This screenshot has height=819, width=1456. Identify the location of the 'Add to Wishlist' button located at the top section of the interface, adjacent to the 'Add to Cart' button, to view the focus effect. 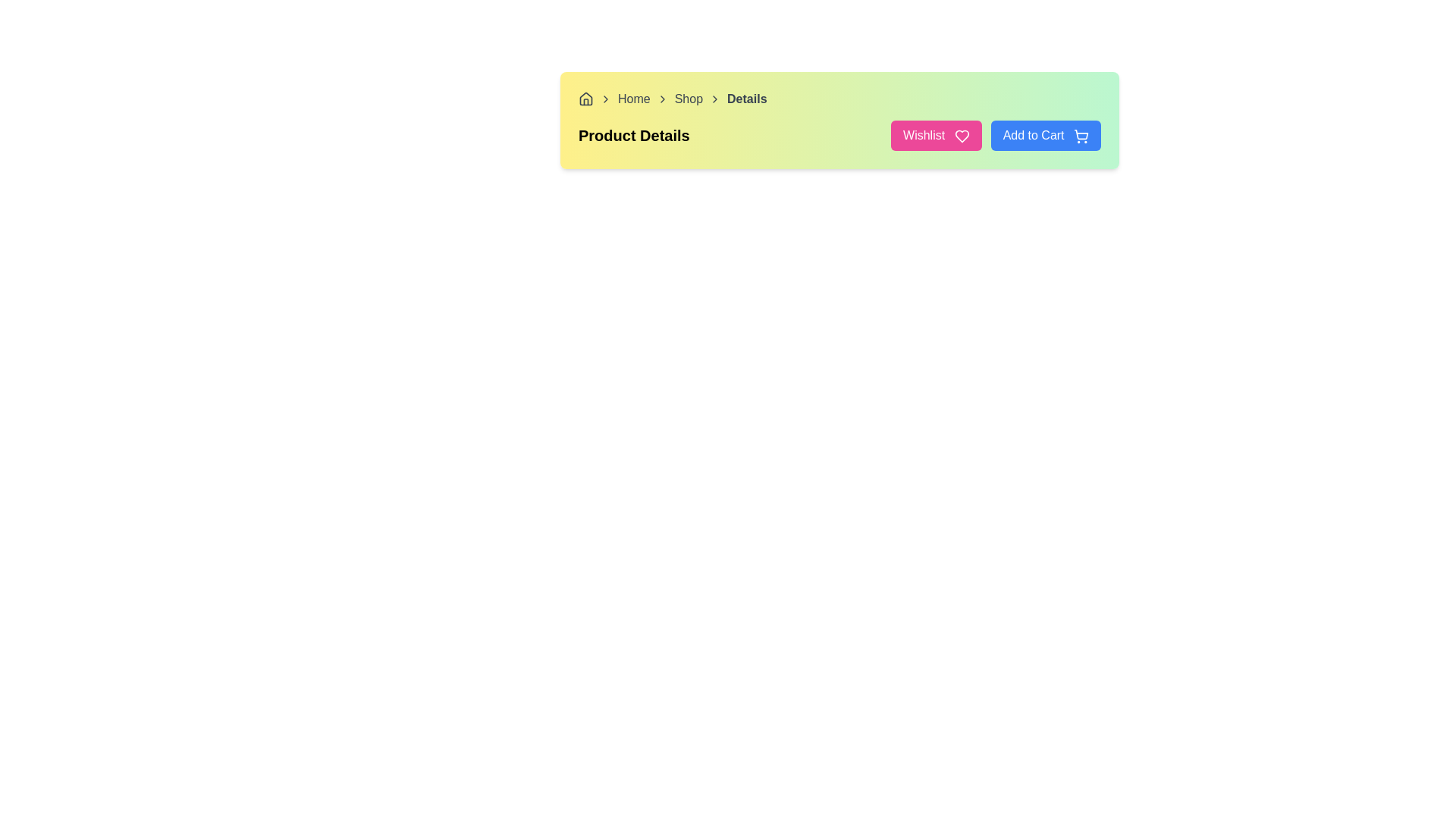
(935, 134).